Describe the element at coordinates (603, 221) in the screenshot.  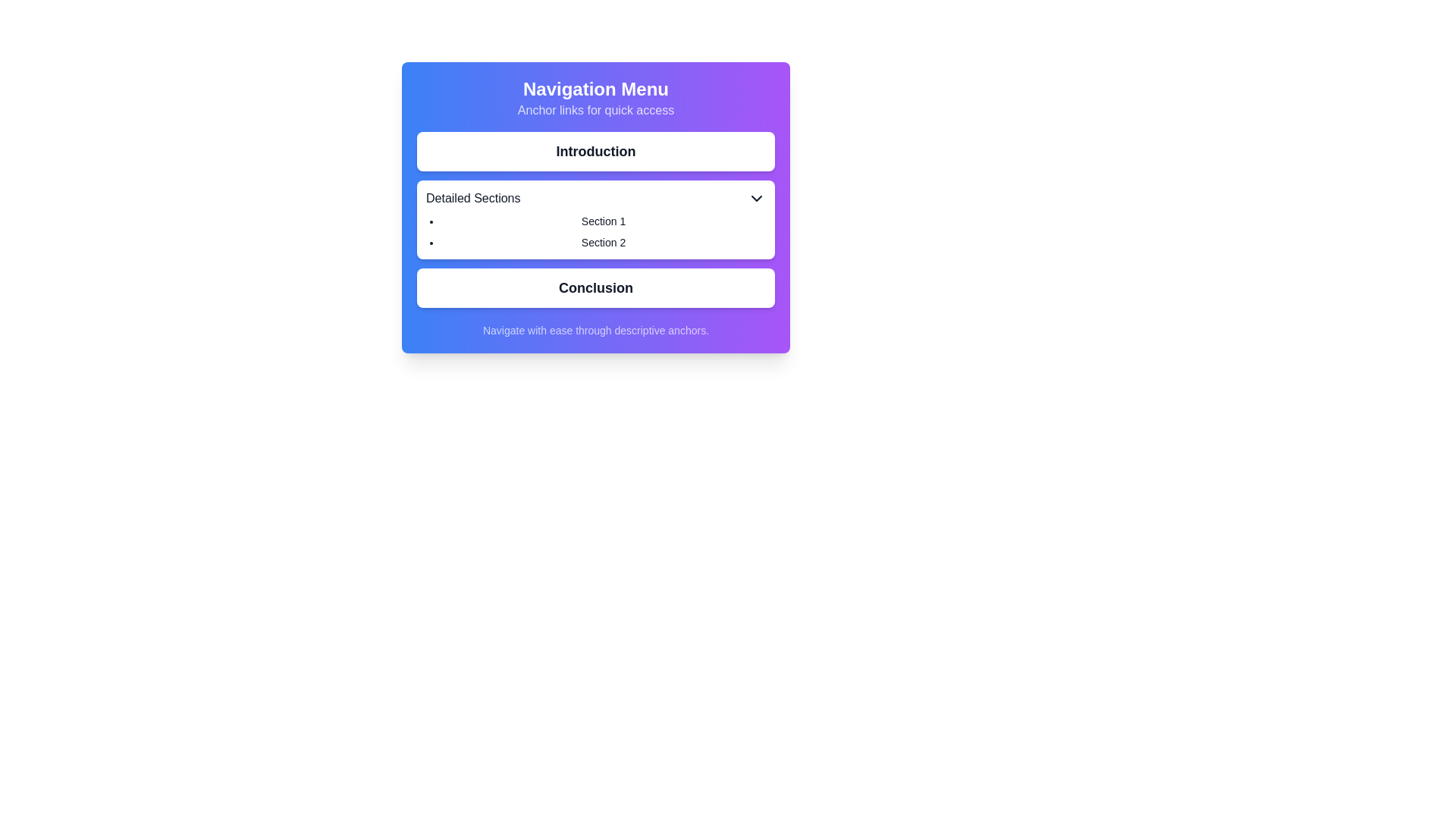
I see `the first list item hyperlink in the 'Detailed Sections' navigation menu` at that location.